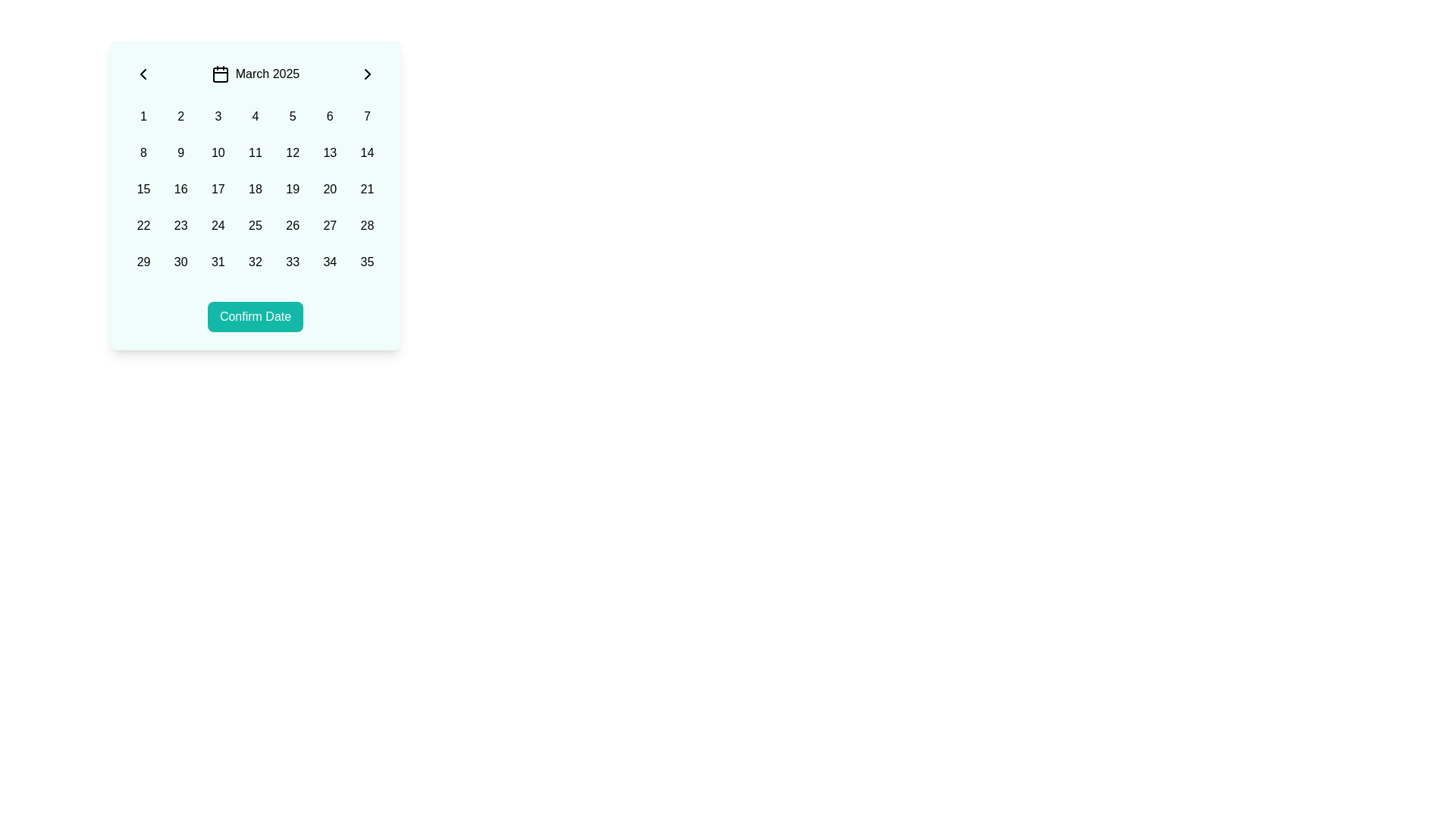  Describe the element at coordinates (180, 116) in the screenshot. I see `the second date button in the date picker interface` at that location.